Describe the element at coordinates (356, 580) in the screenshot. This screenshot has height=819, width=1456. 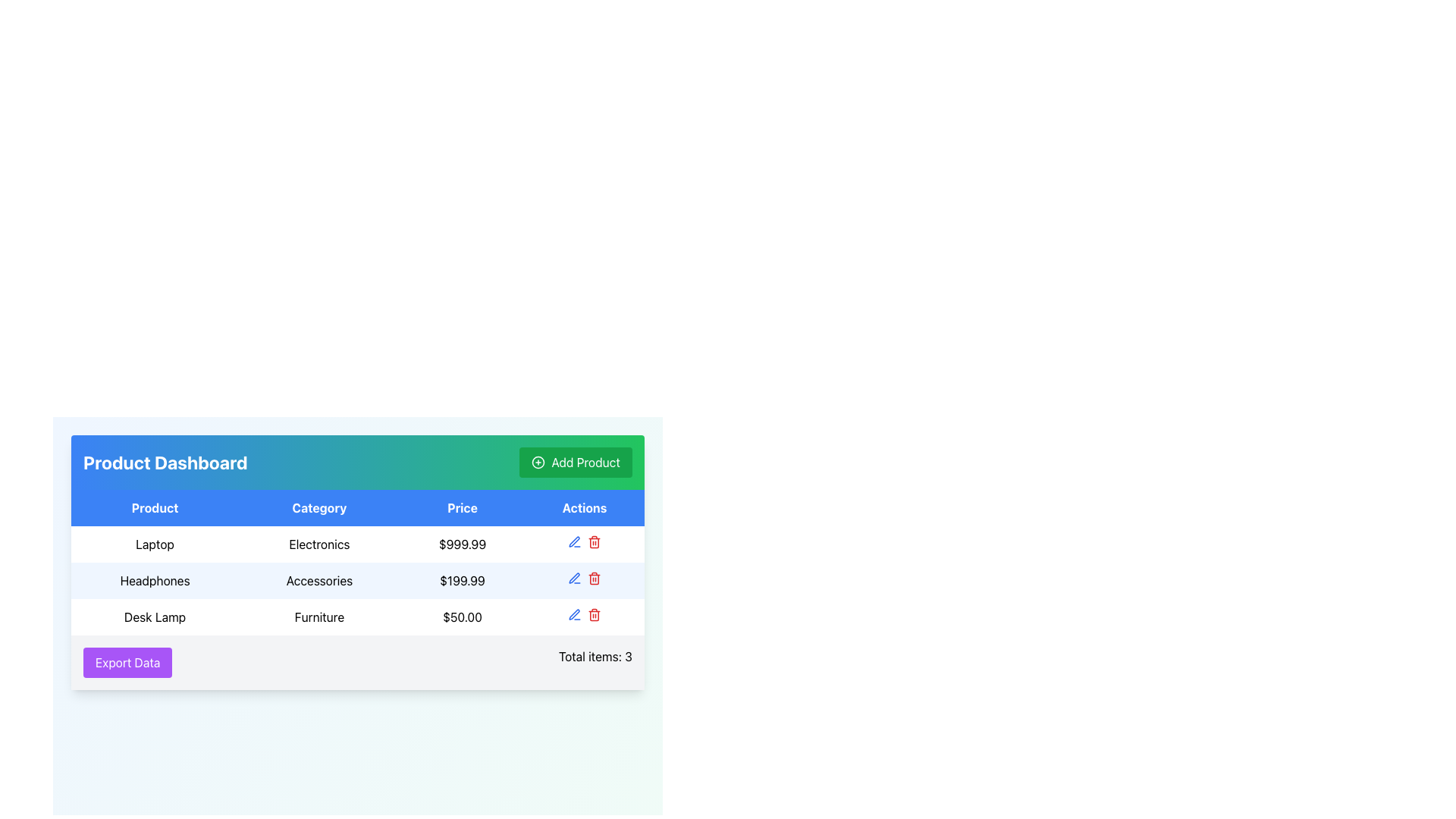
I see `the second row of the product listing table that displays 'Headphones' under the 'Accessories' category with a price of '$199.99'` at that location.